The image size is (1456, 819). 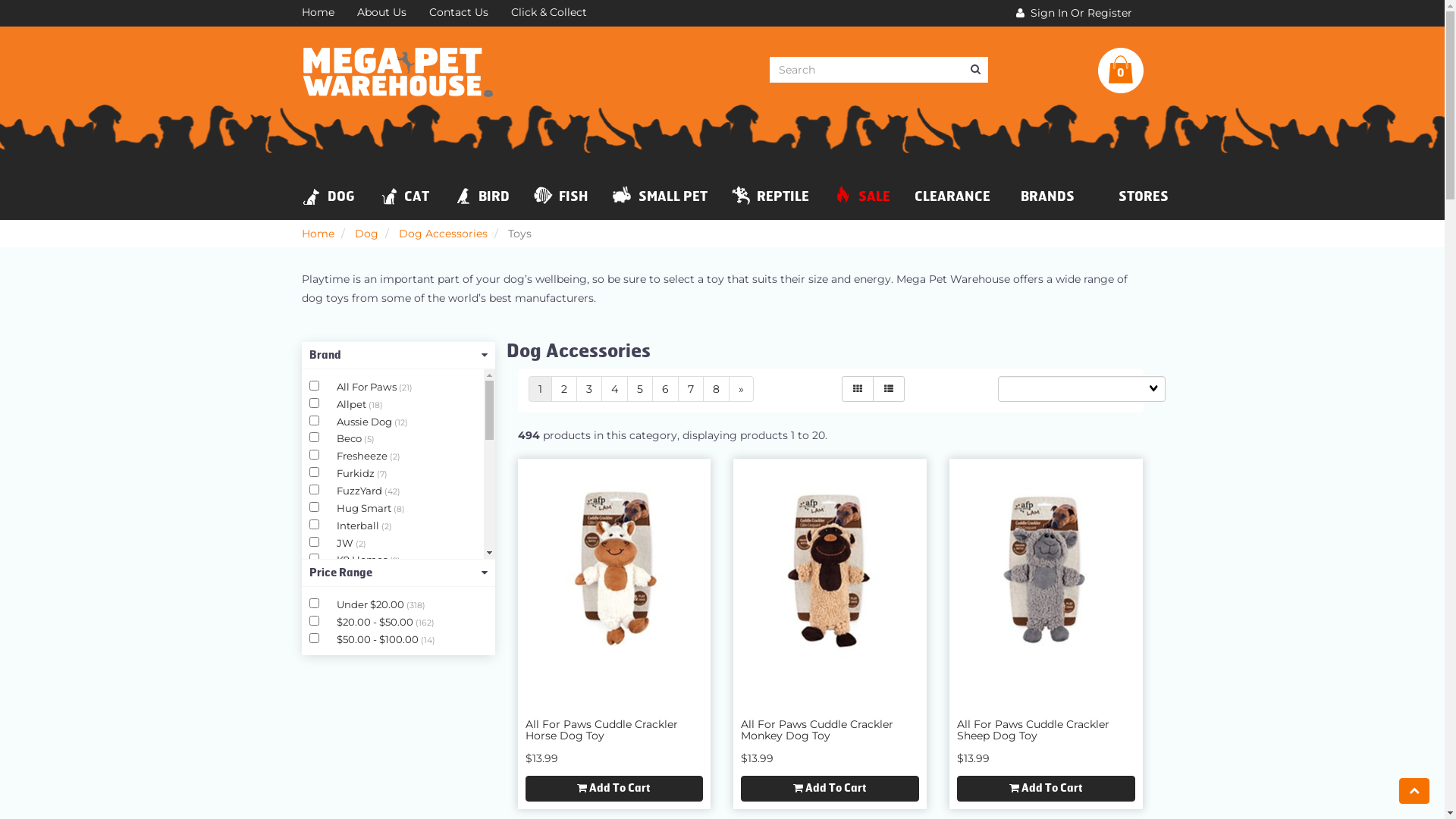 I want to click on 'Contact Us', so click(x=457, y=13).